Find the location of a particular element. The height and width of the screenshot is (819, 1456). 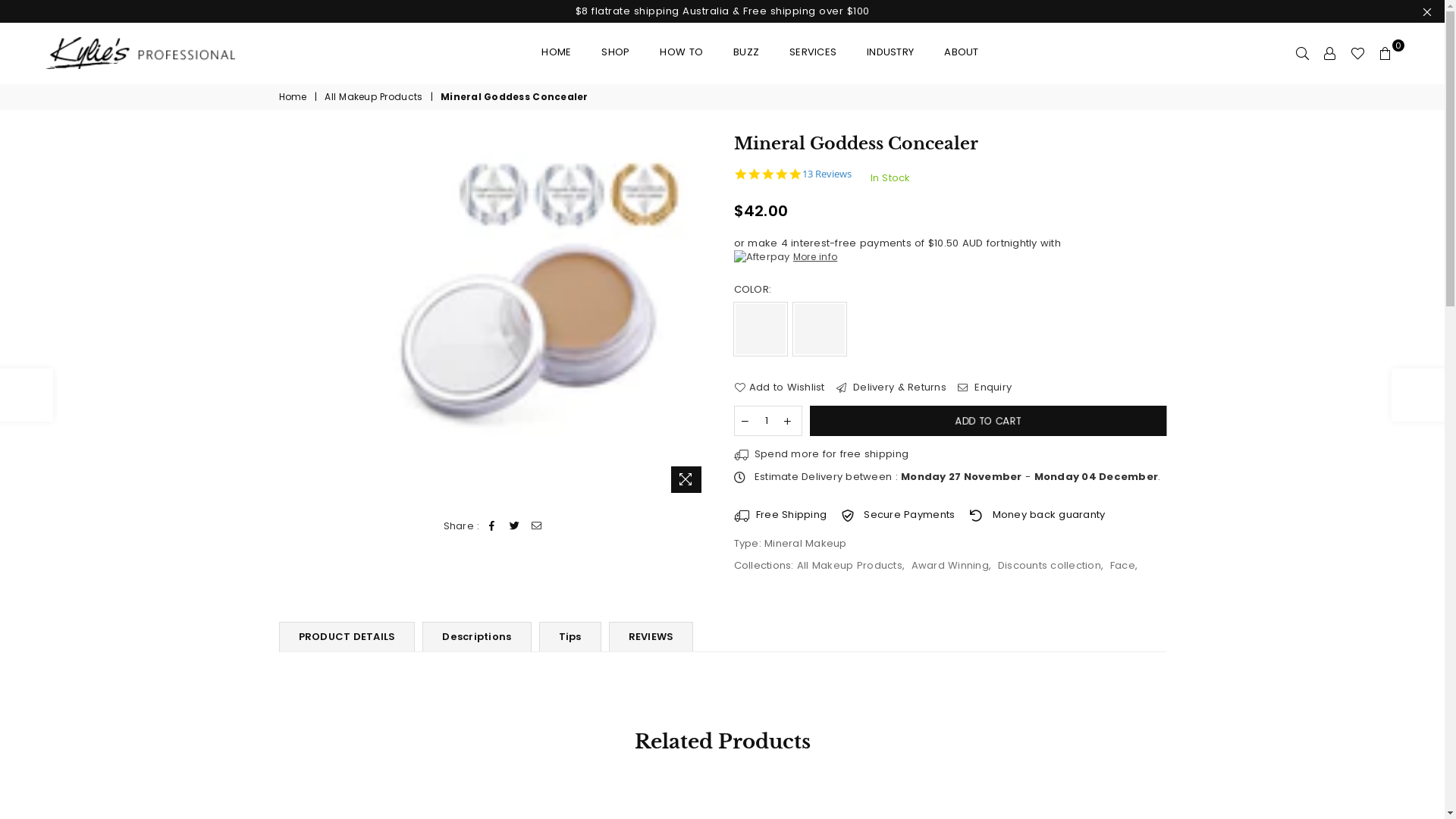

'HOW TO' is located at coordinates (680, 52).